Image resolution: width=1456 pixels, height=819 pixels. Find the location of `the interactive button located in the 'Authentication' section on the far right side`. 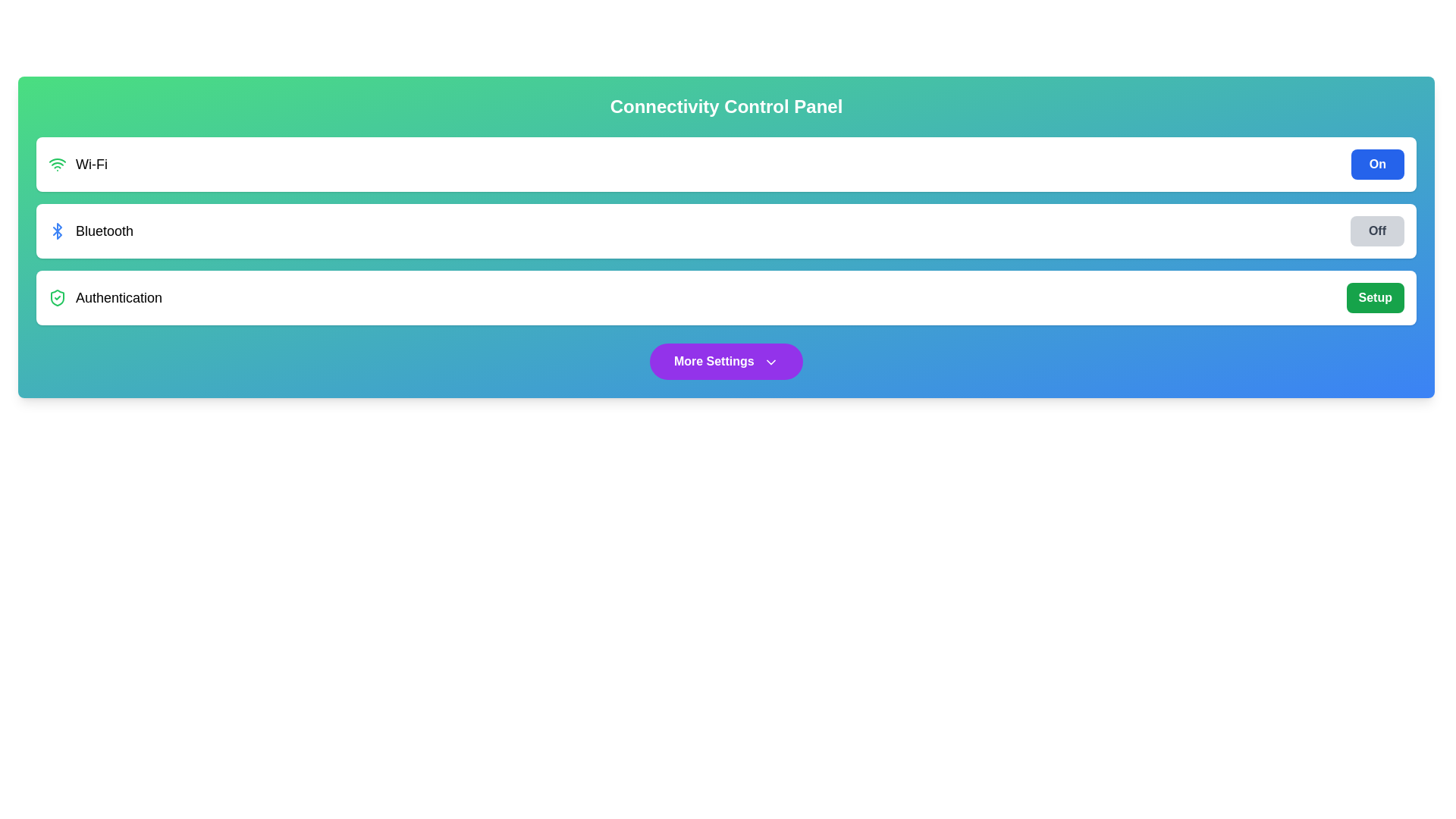

the interactive button located in the 'Authentication' section on the far right side is located at coordinates (1375, 298).